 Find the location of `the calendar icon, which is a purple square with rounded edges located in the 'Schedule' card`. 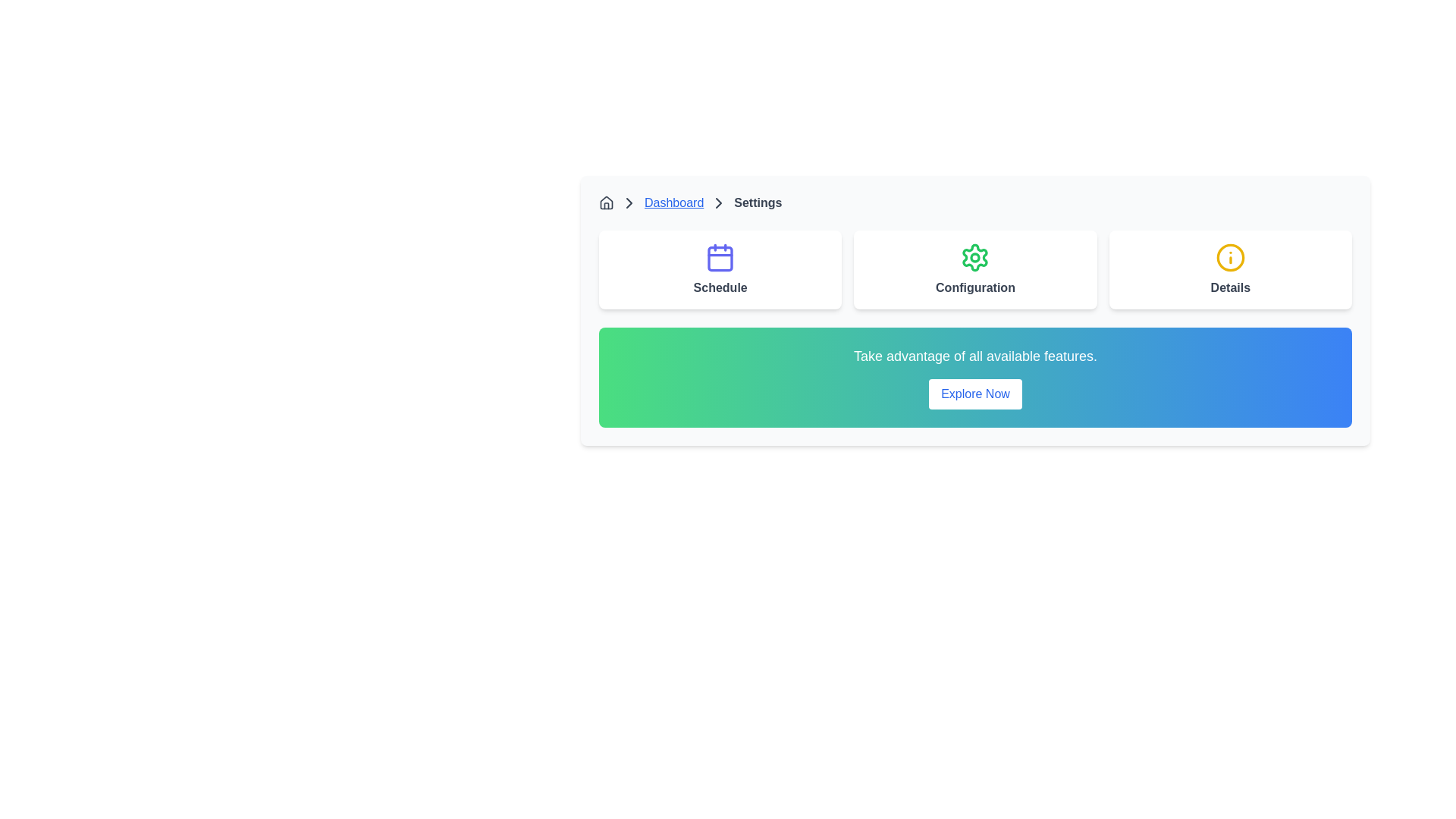

the calendar icon, which is a purple square with rounded edges located in the 'Schedule' card is located at coordinates (720, 256).